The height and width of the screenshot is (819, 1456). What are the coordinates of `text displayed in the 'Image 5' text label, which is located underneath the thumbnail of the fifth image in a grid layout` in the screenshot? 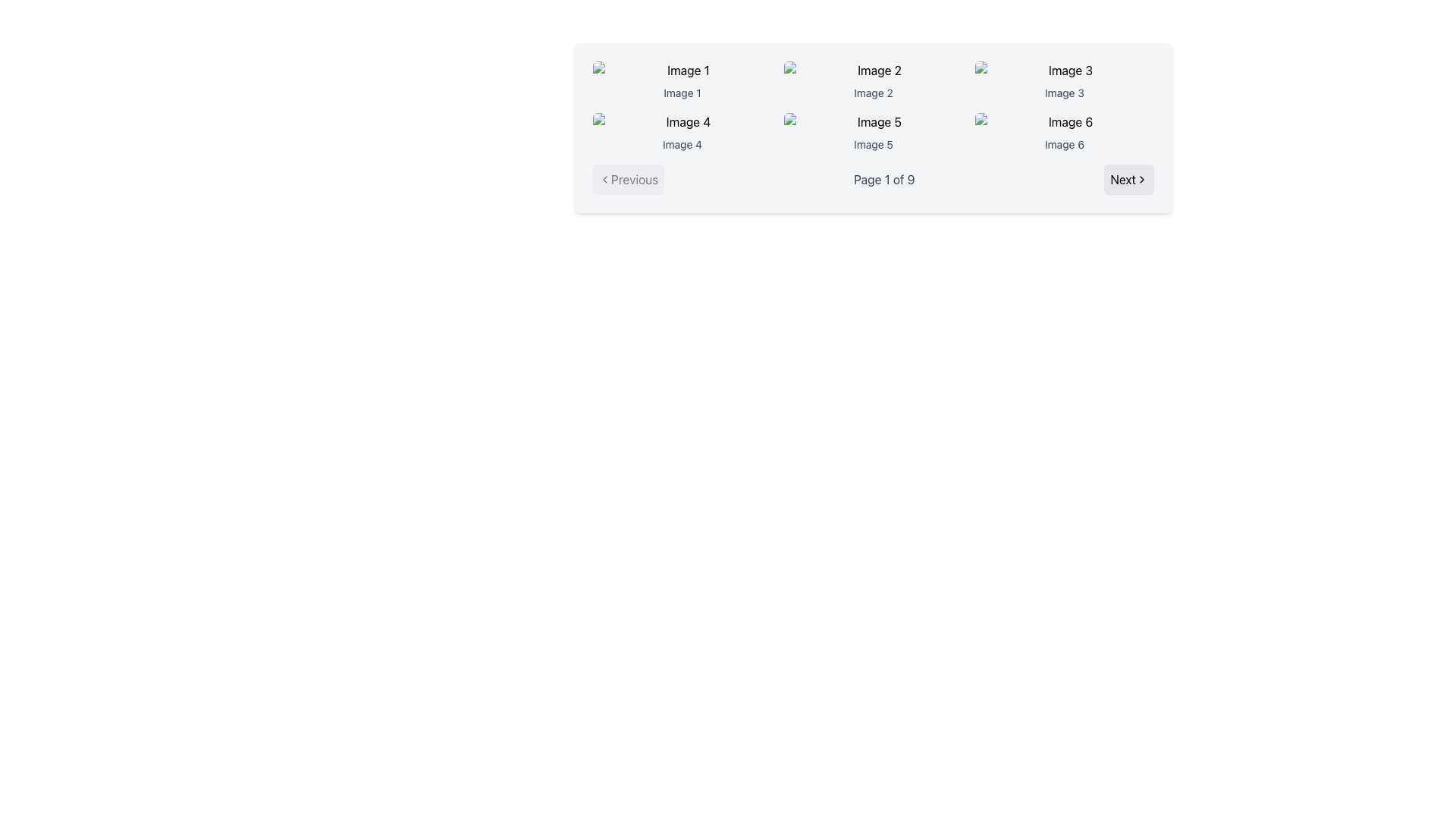 It's located at (874, 145).